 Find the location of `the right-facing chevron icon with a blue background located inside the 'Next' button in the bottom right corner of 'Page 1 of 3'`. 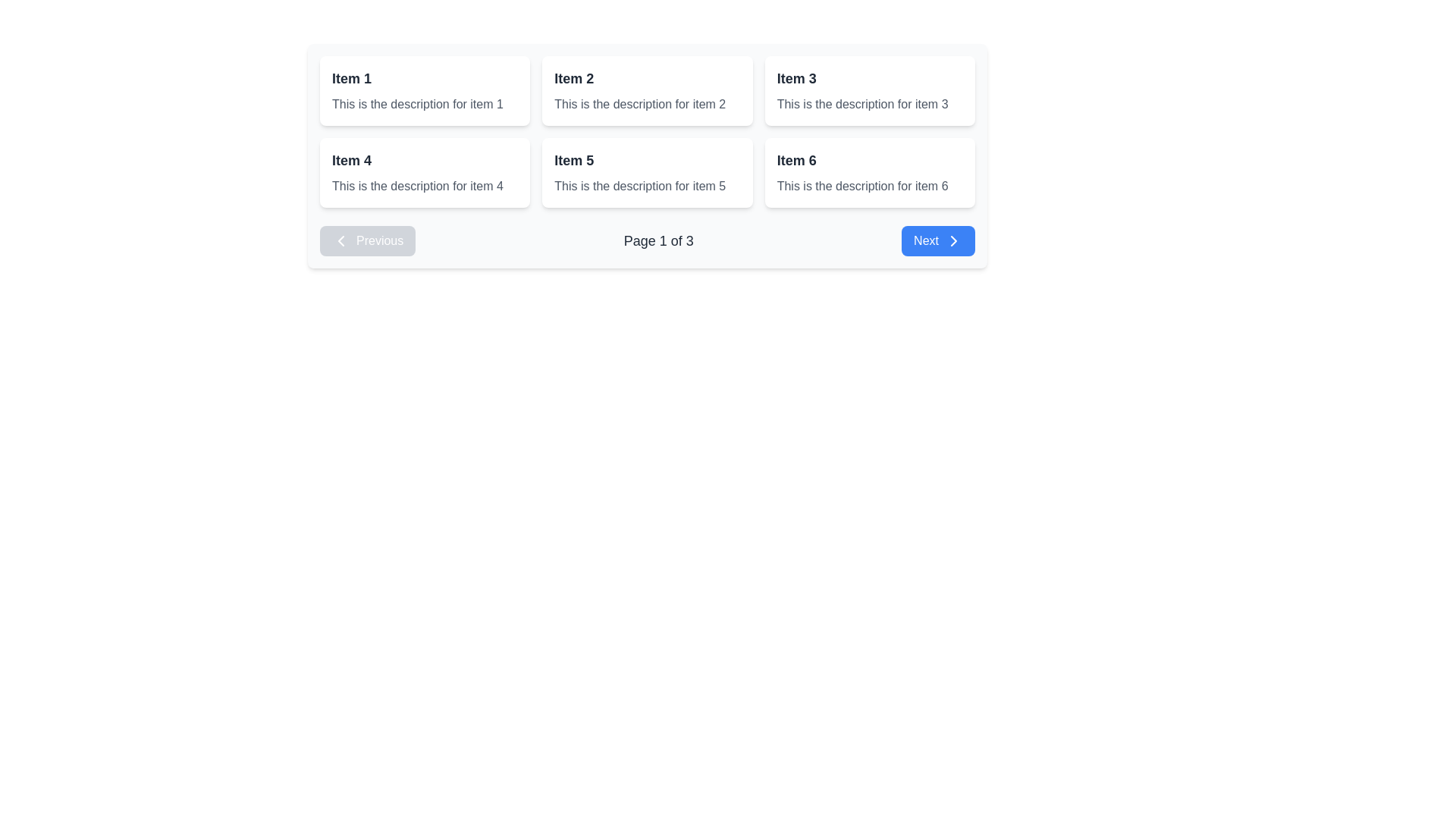

the right-facing chevron icon with a blue background located inside the 'Next' button in the bottom right corner of 'Page 1 of 3' is located at coordinates (952, 240).